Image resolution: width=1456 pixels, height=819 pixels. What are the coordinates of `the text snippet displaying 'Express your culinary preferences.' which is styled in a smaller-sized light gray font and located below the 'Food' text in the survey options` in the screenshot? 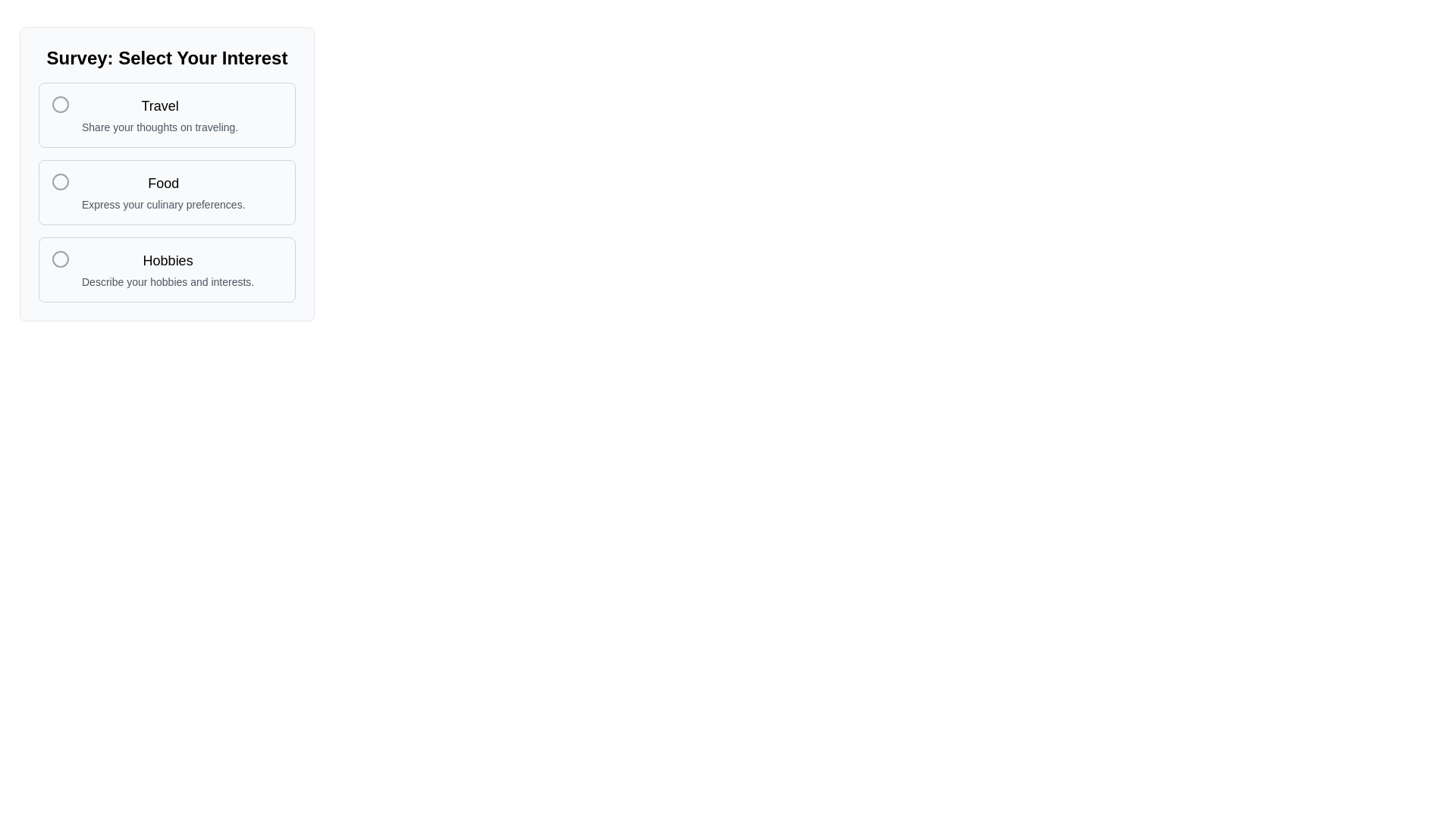 It's located at (163, 205).